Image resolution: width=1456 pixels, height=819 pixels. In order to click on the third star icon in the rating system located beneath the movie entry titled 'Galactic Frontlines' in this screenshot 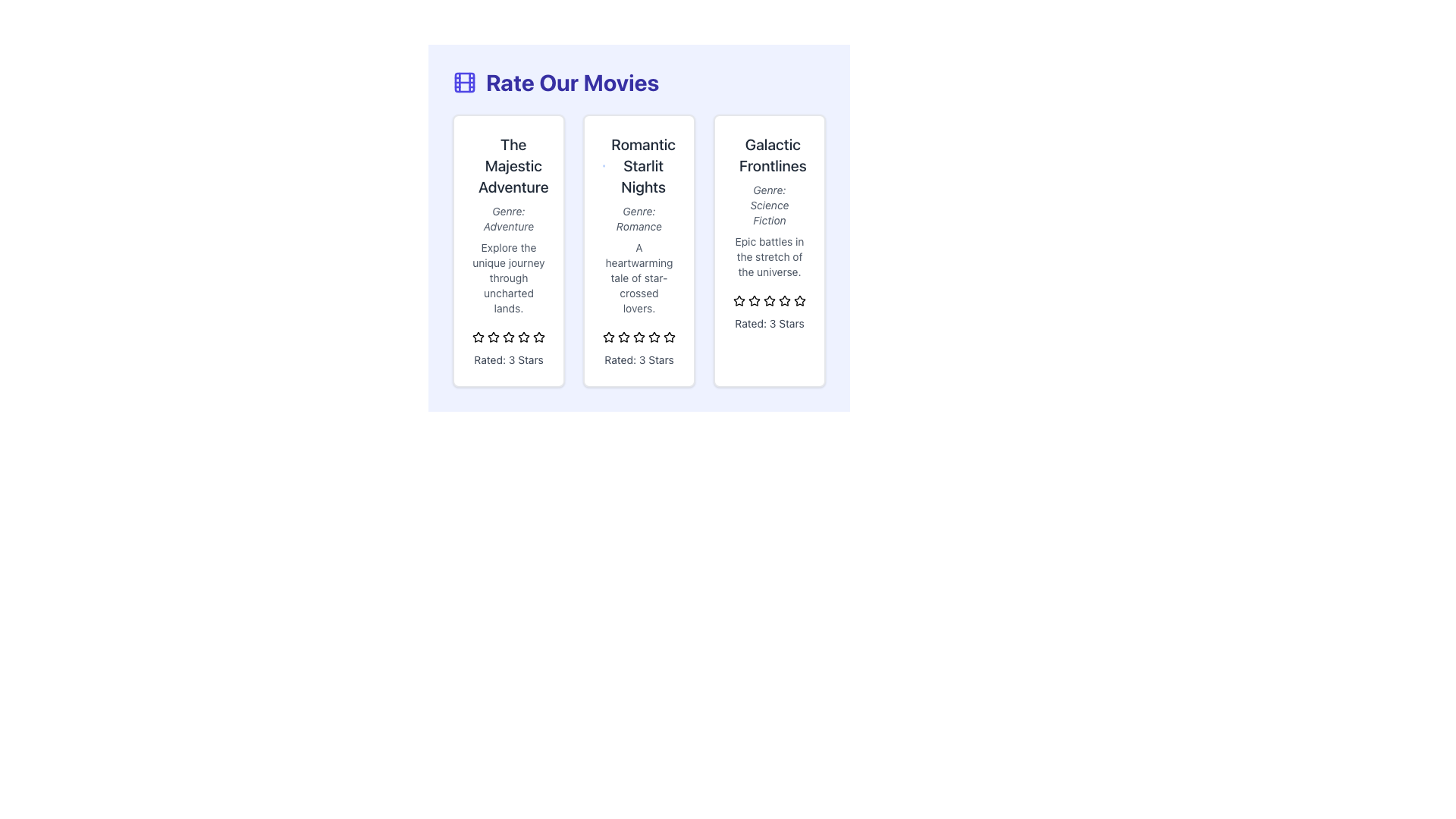, I will do `click(739, 300)`.